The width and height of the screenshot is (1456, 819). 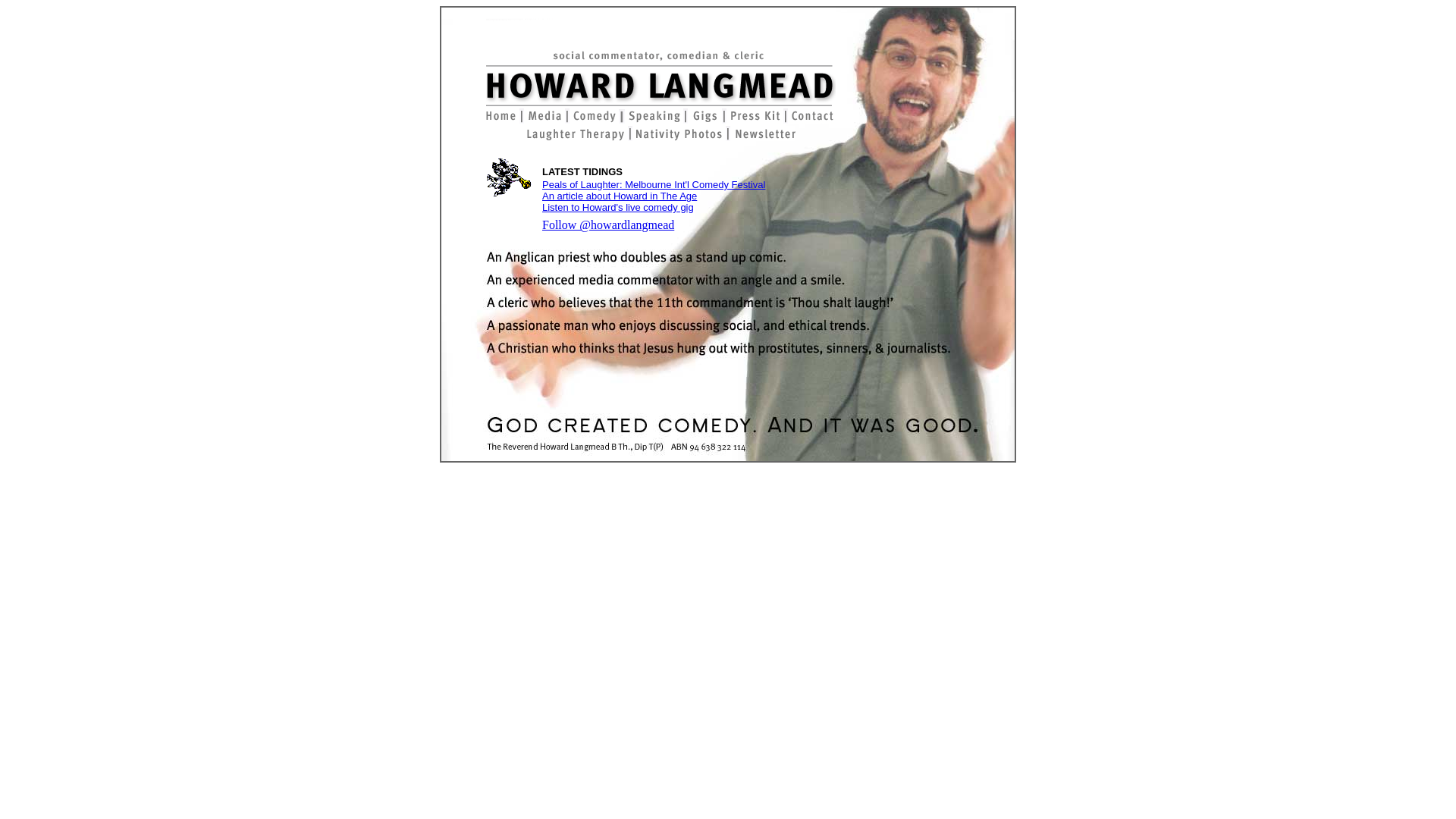 What do you see at coordinates (654, 184) in the screenshot?
I see `'Peals of Laughter: Melbourne Int'l Comedy Festival'` at bounding box center [654, 184].